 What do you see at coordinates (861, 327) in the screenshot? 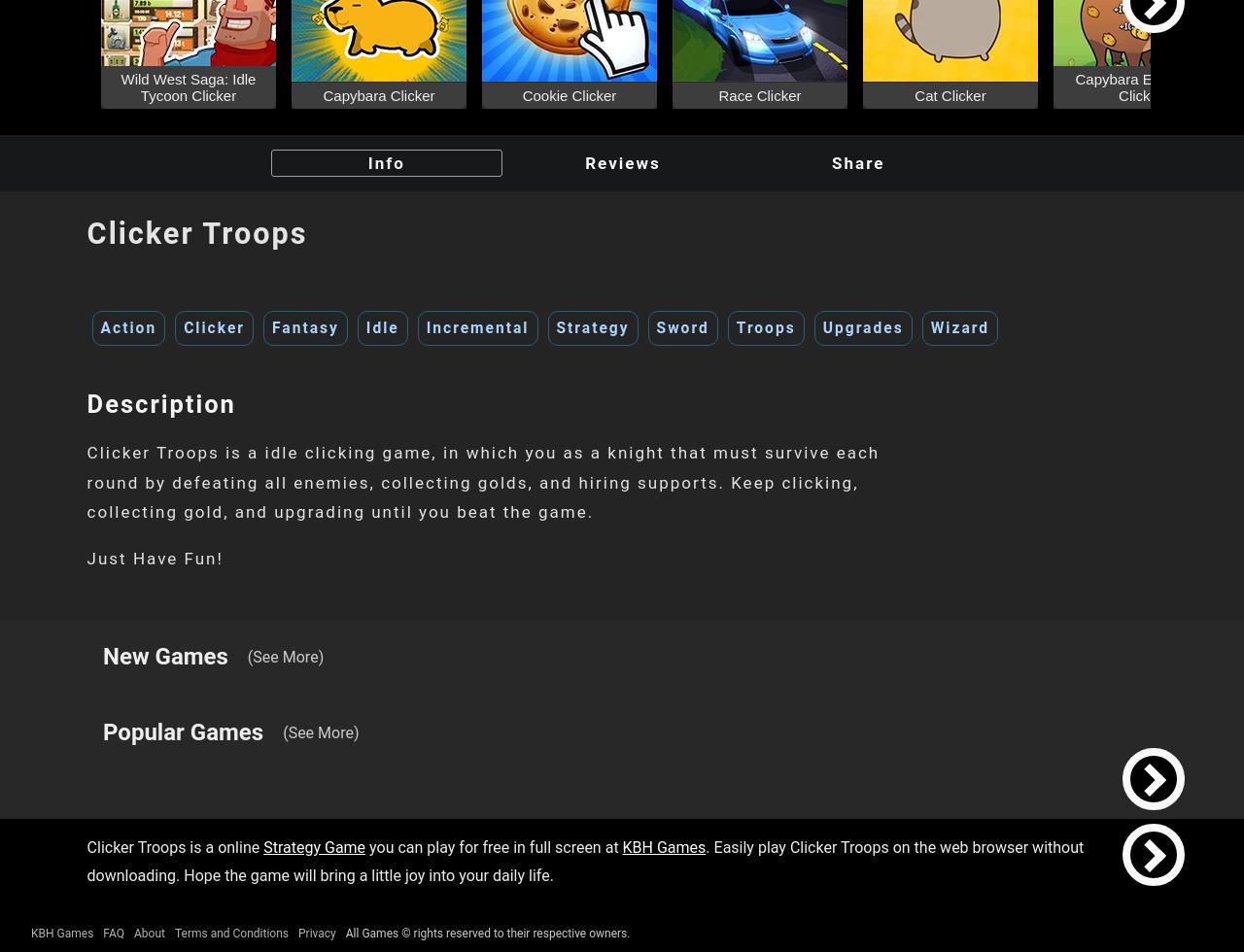
I see `'Upgrades'` at bounding box center [861, 327].